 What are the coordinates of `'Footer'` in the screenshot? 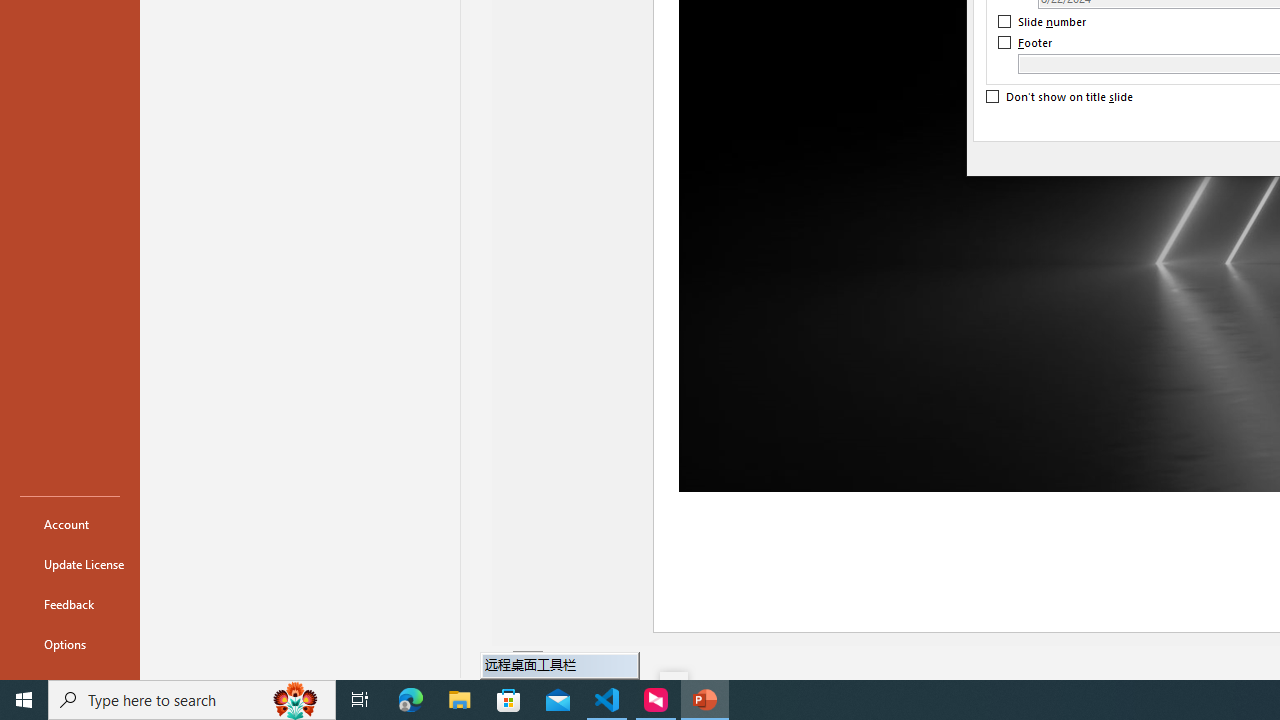 It's located at (1025, 43).